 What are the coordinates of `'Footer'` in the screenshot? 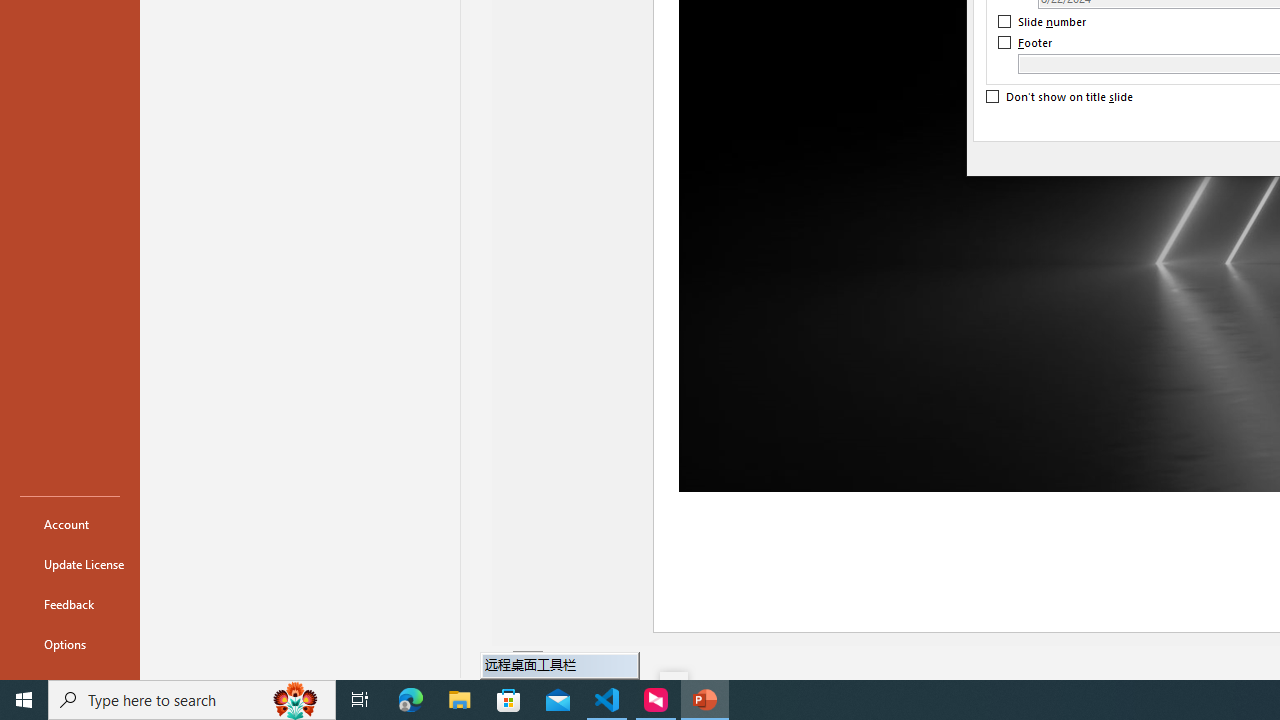 It's located at (1025, 43).